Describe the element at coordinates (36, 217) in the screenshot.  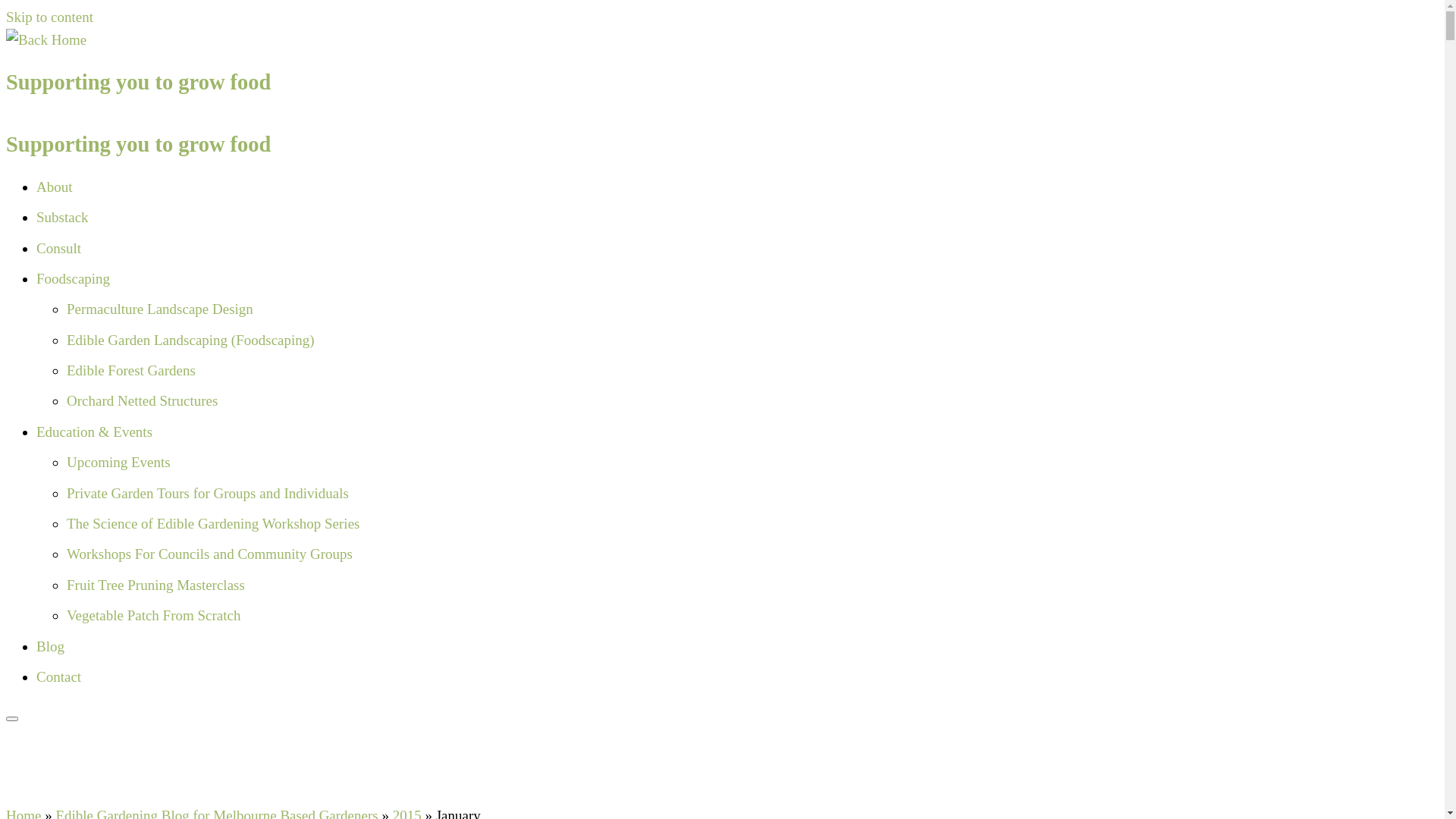
I see `'Substack'` at that location.